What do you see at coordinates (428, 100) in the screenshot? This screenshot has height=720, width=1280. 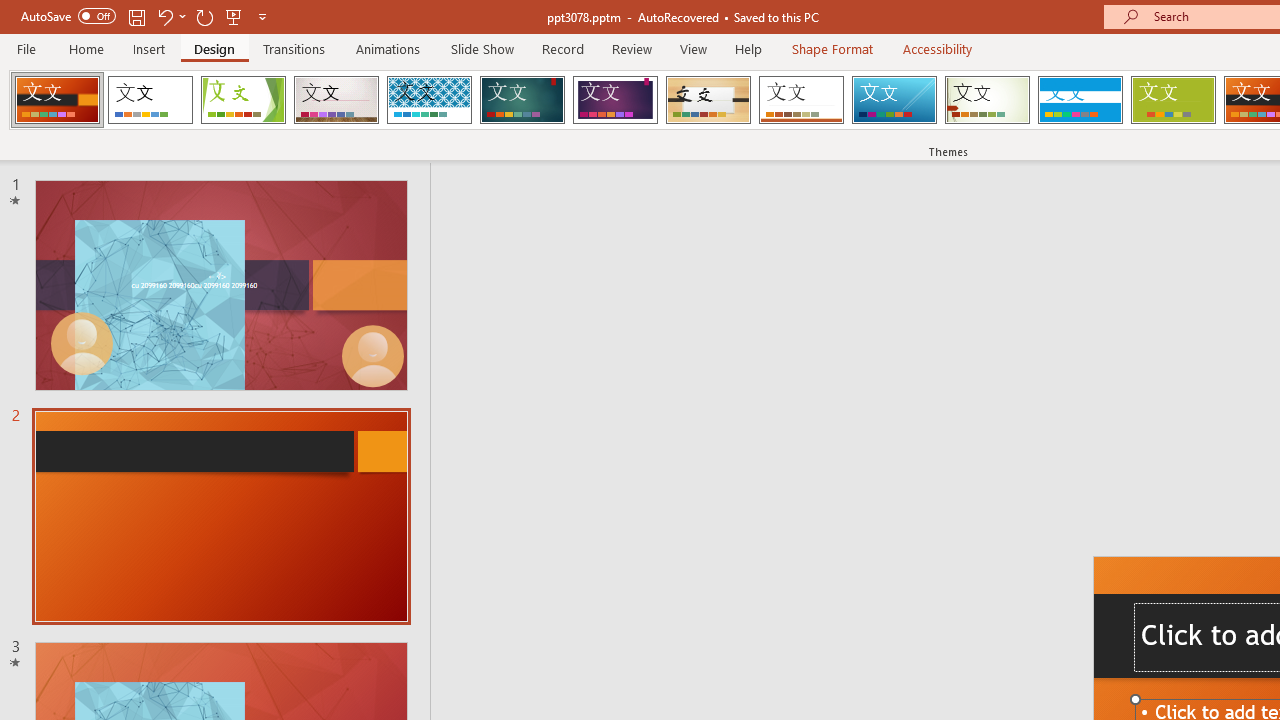 I see `'Integral'` at bounding box center [428, 100].